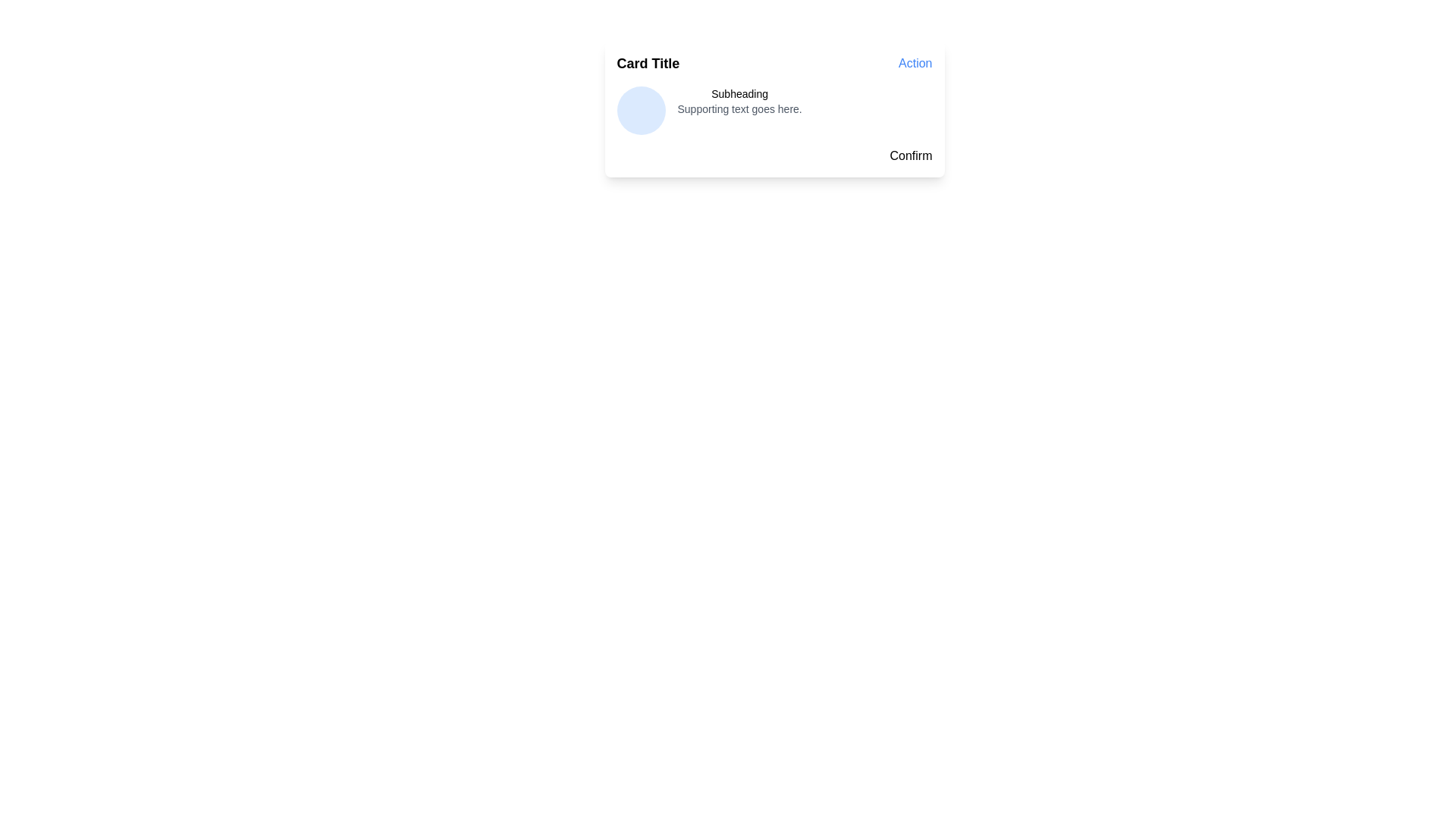  I want to click on the Informational panel that contains a circular blue icon on the left, a bold 'Subheading' at the top, and smaller supporting text below, which is situated in a white card layout below the 'Card Title' and above the 'Confirm' button, so click(774, 110).